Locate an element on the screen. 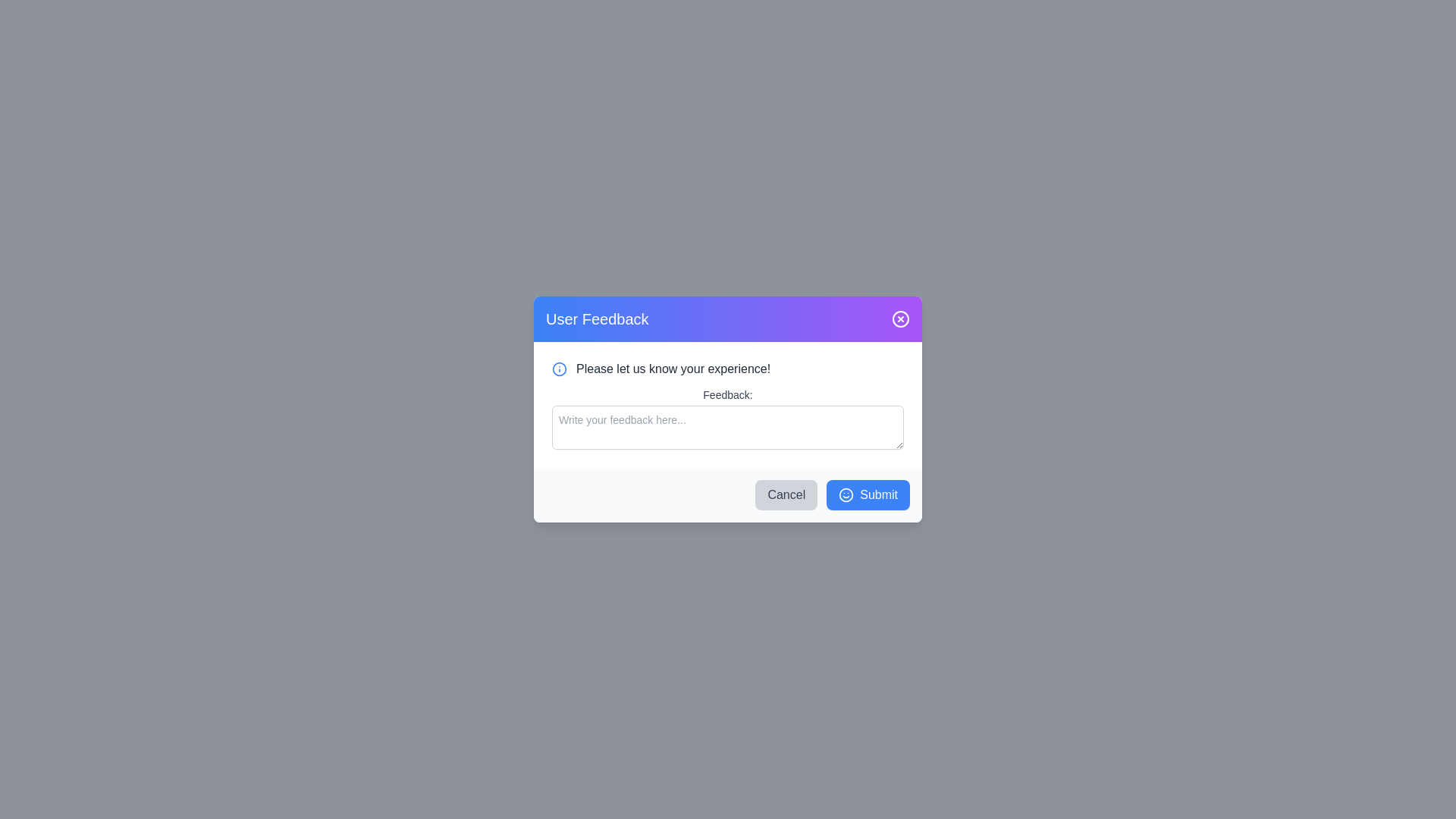  the SVG graphical element (circle) located is located at coordinates (559, 369).